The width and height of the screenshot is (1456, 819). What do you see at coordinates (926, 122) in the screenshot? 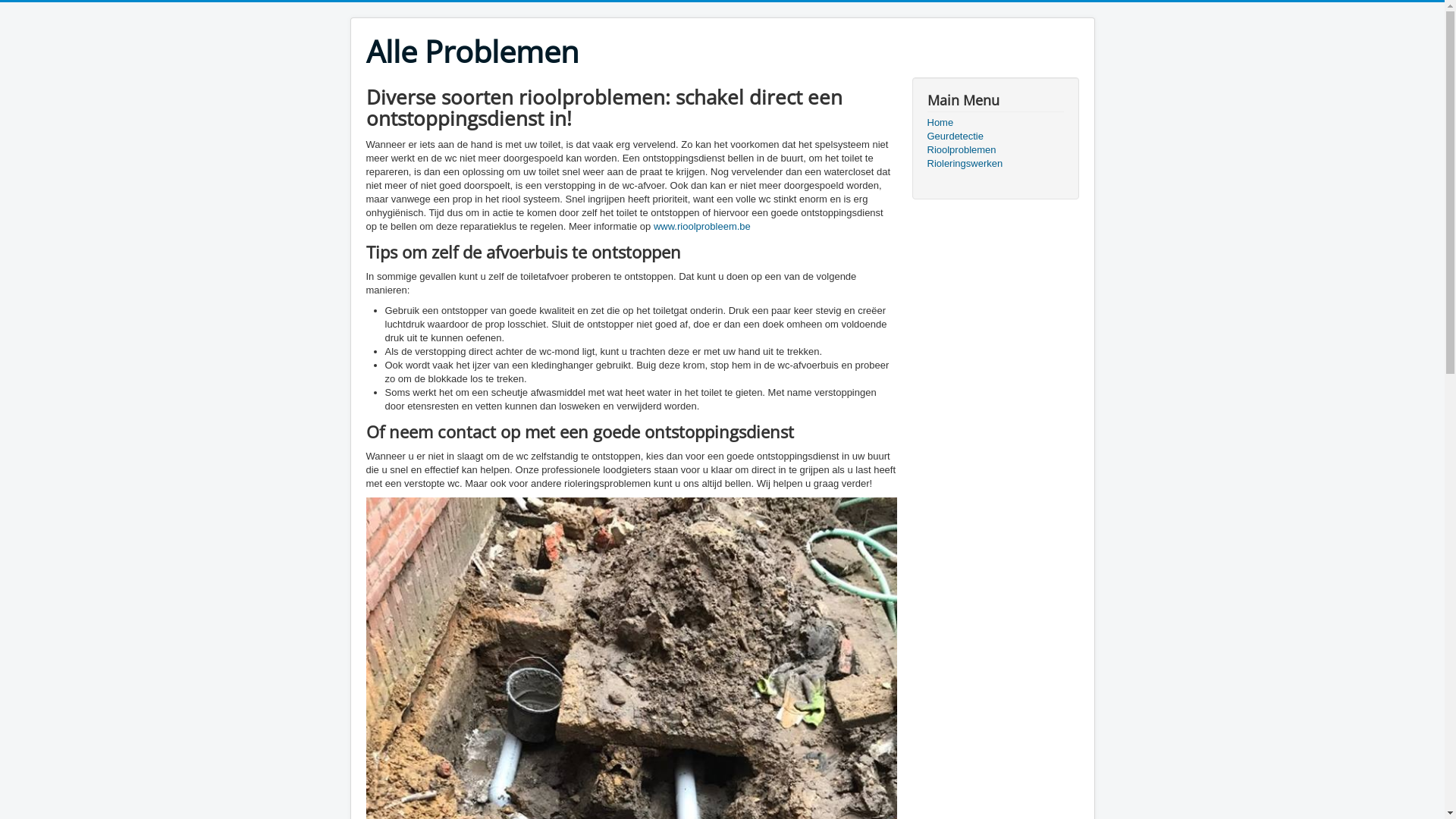
I see `'Home'` at bounding box center [926, 122].